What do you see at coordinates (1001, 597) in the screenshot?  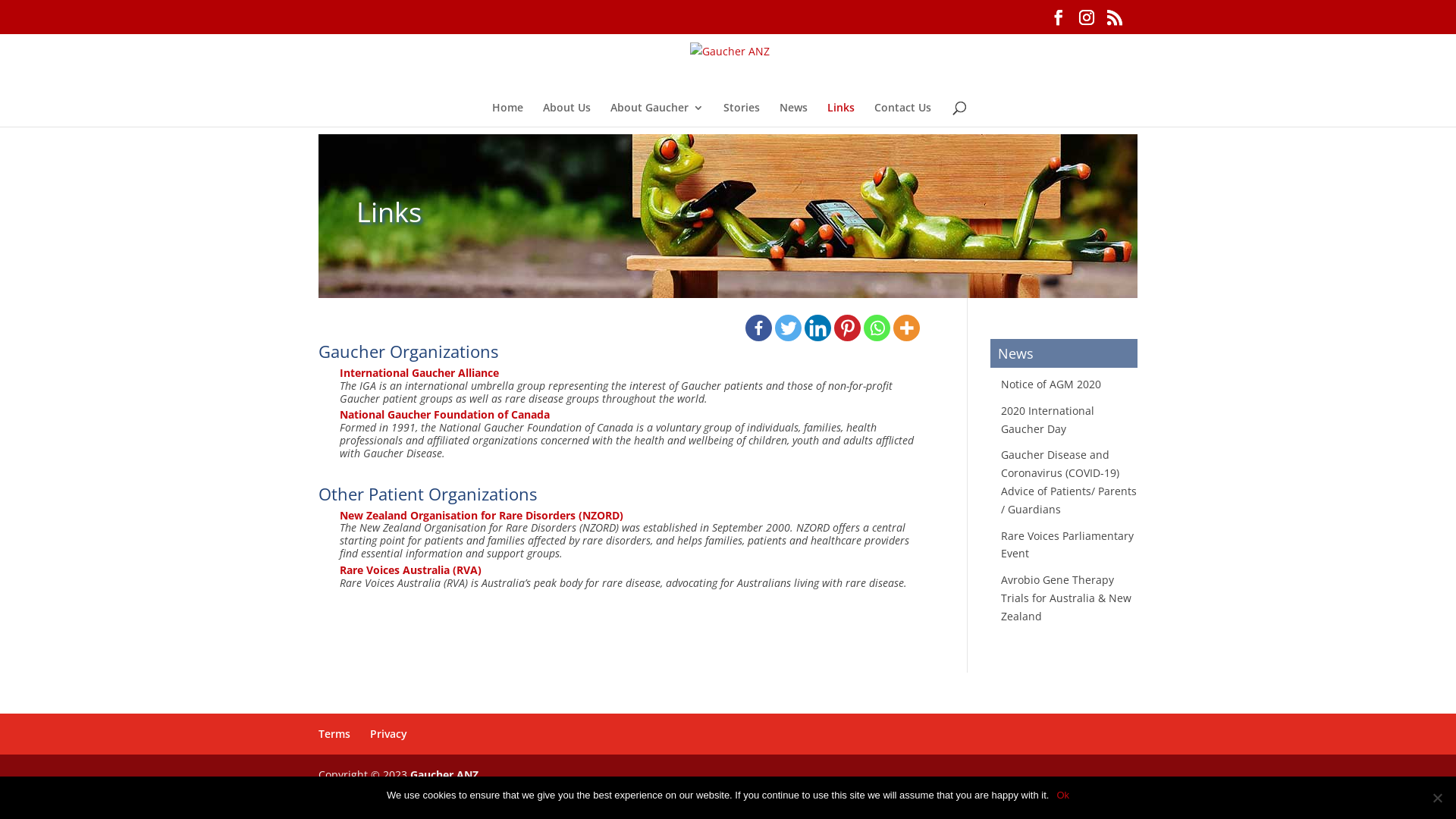 I see `'Avrobio Gene Therapy Trials for Australia & New Zealand'` at bounding box center [1001, 597].